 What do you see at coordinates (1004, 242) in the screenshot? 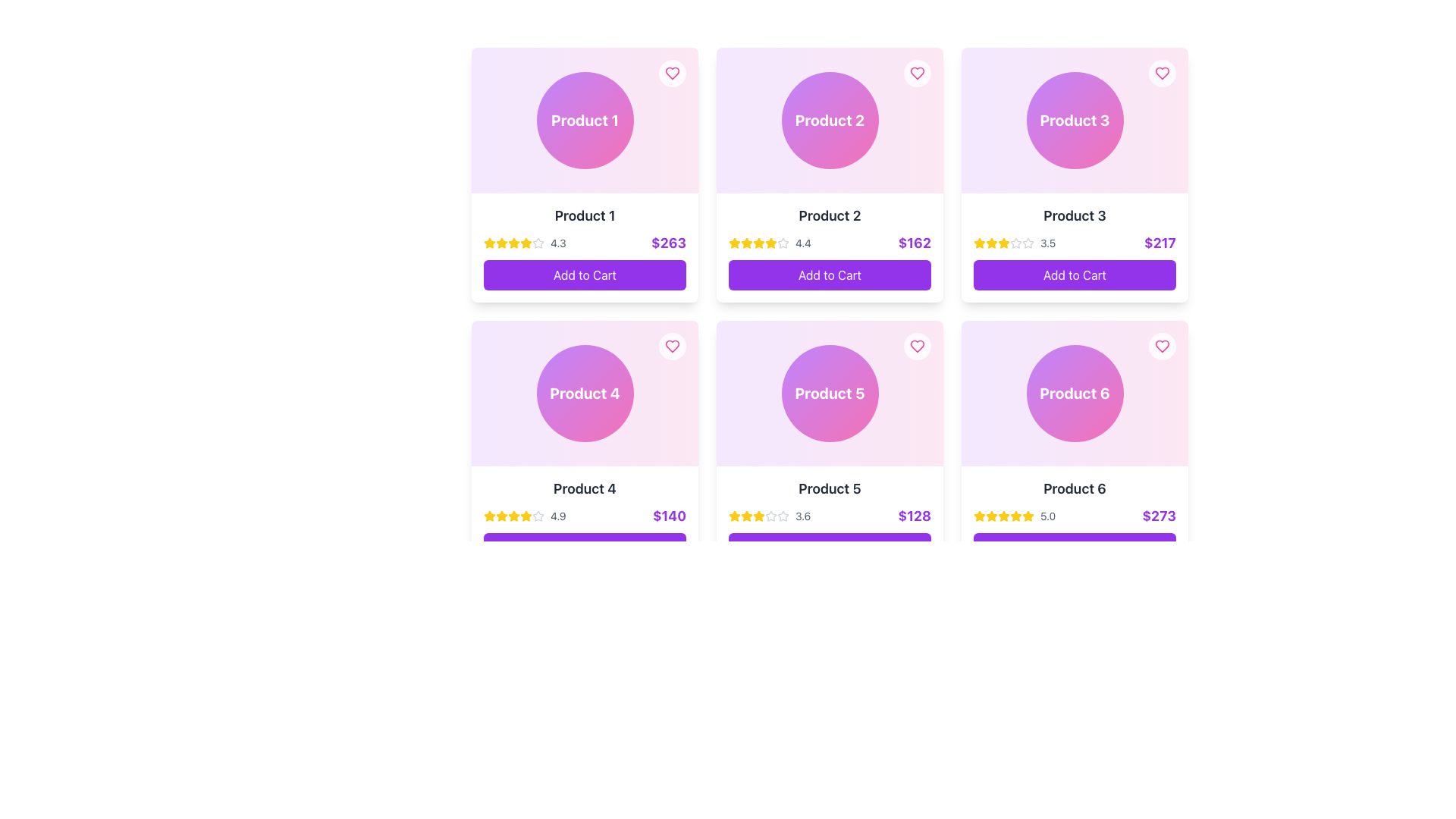
I see `the fourth star icon in the five-star rating display for 'Product 3'` at bounding box center [1004, 242].